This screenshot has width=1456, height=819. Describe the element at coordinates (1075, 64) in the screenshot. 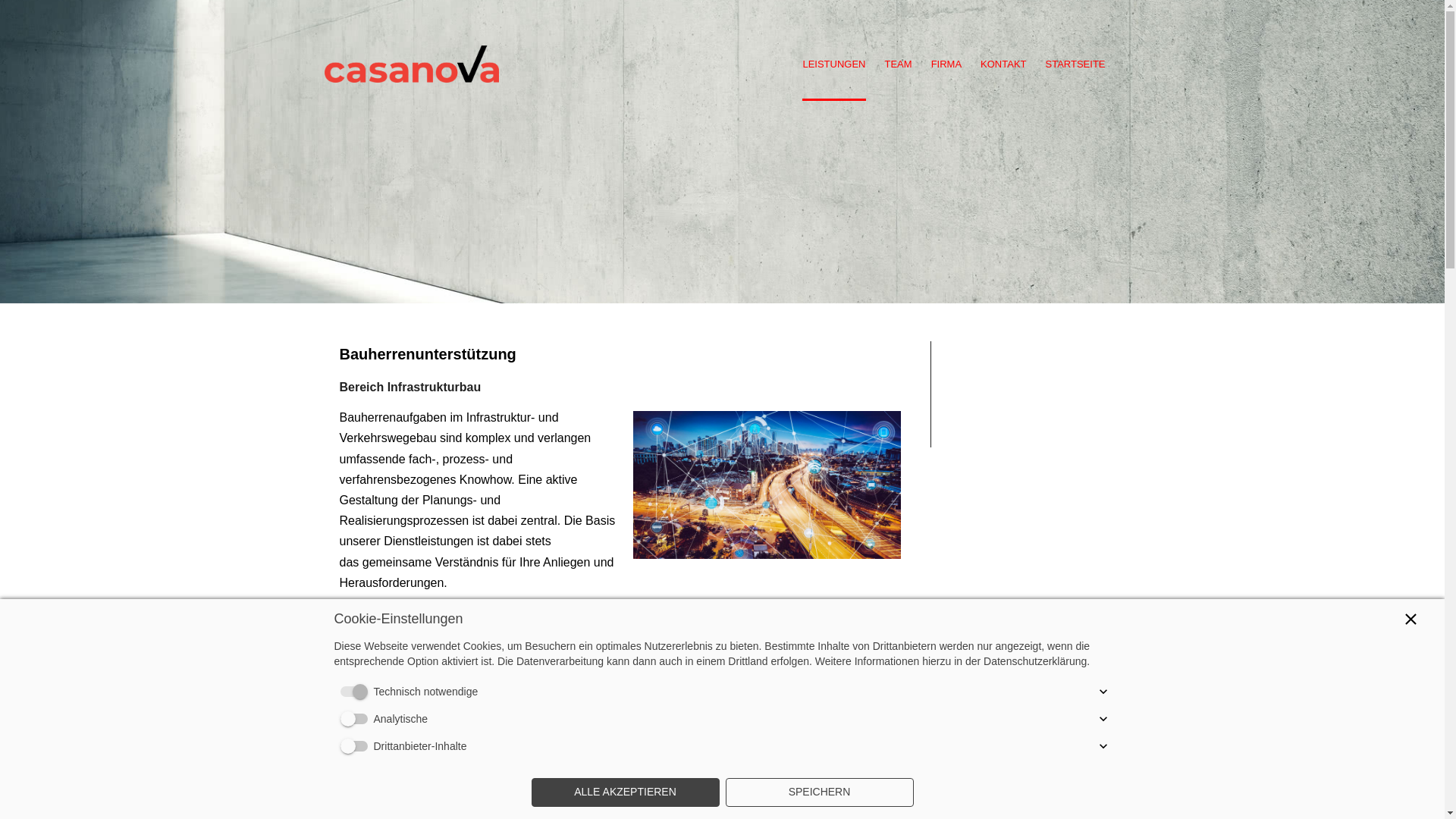

I see `'STARTSEITE'` at that location.